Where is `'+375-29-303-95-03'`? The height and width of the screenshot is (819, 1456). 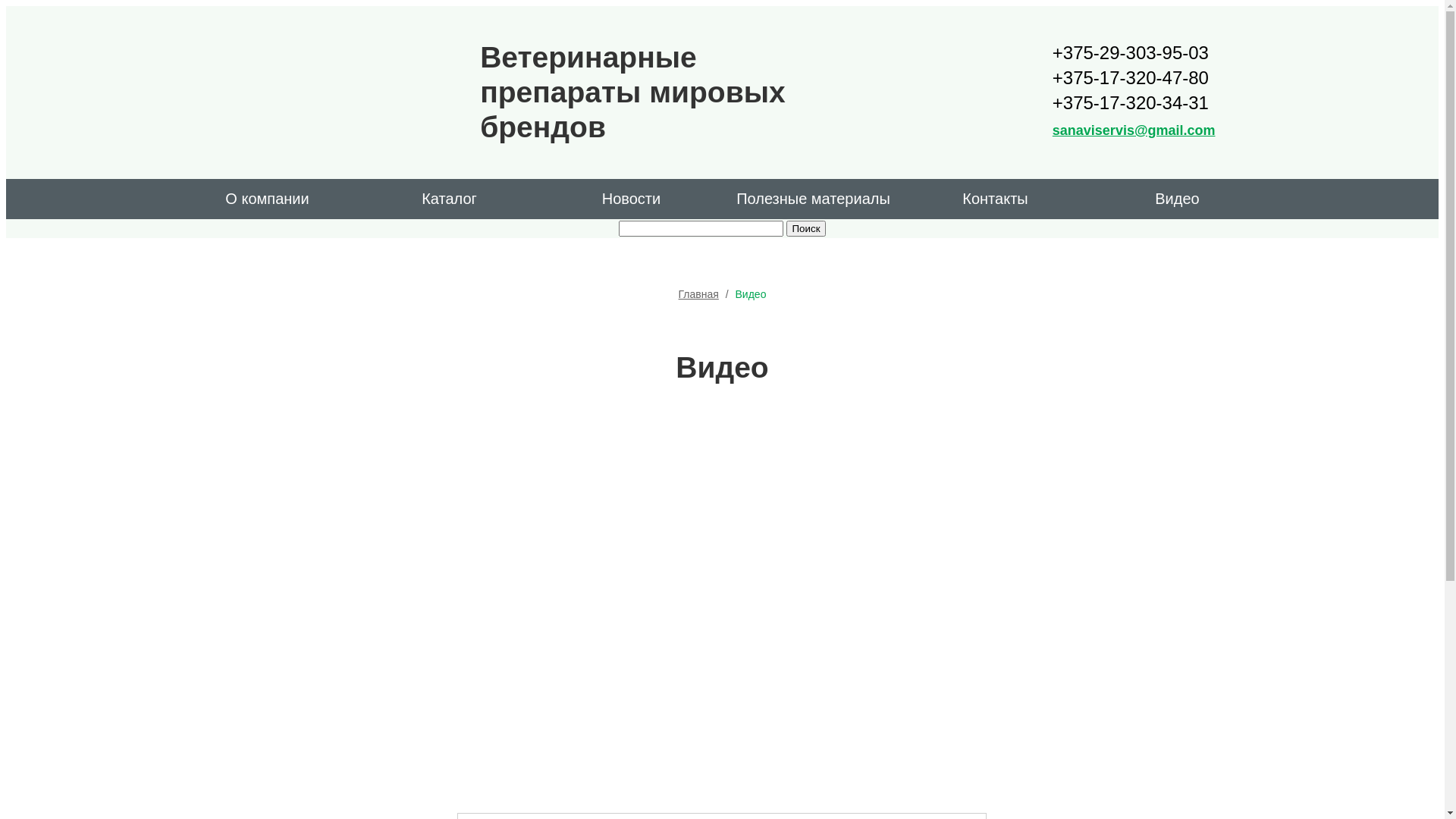
'+375-29-303-95-03' is located at coordinates (1051, 52).